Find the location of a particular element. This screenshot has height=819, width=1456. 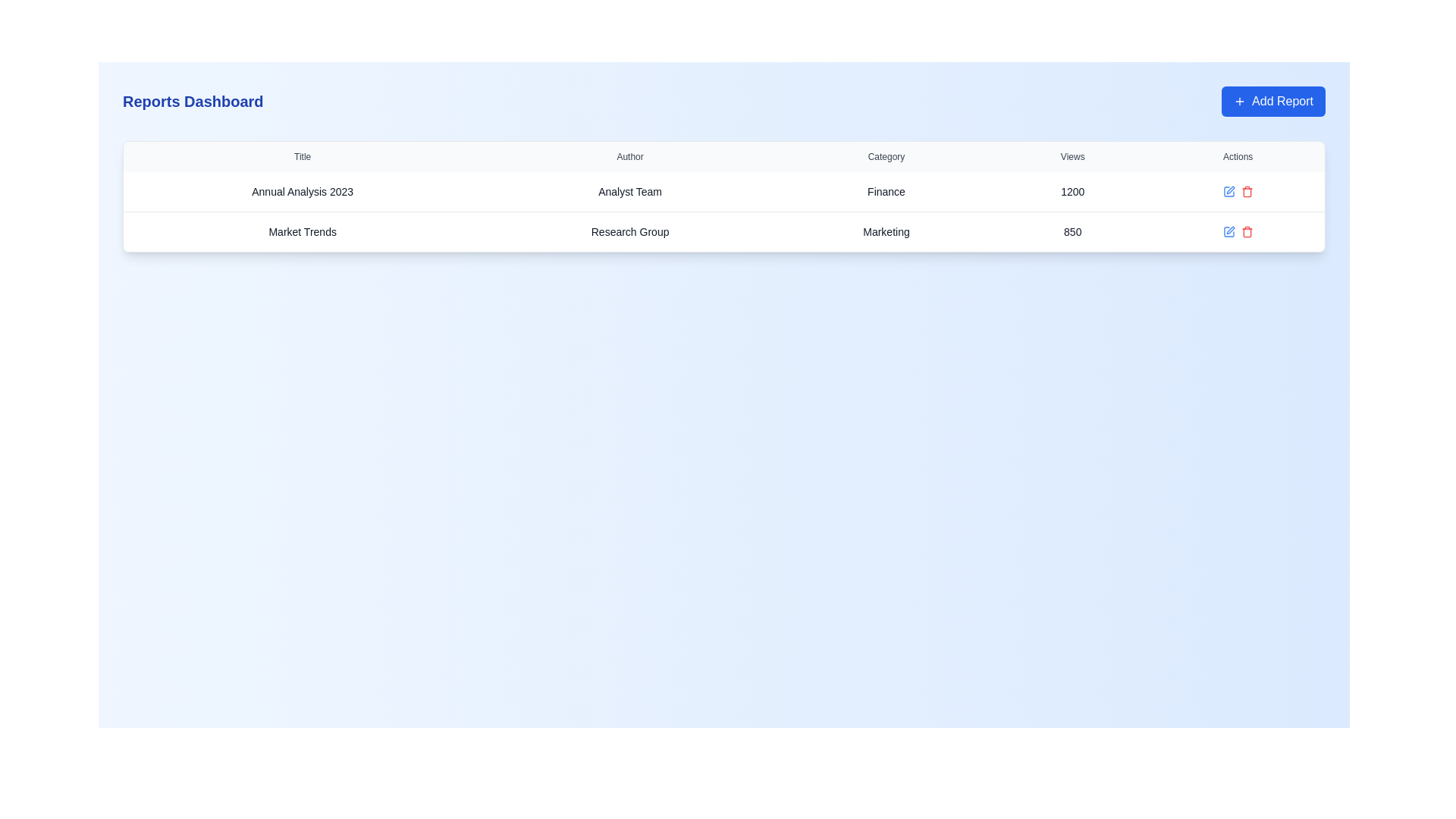

text from the 'Category' Text Label located in the second row of the table, which is horizontally aligned with the 'Author' column labeled 'Research Group' and the 'Views' column showing '850' is located at coordinates (886, 231).